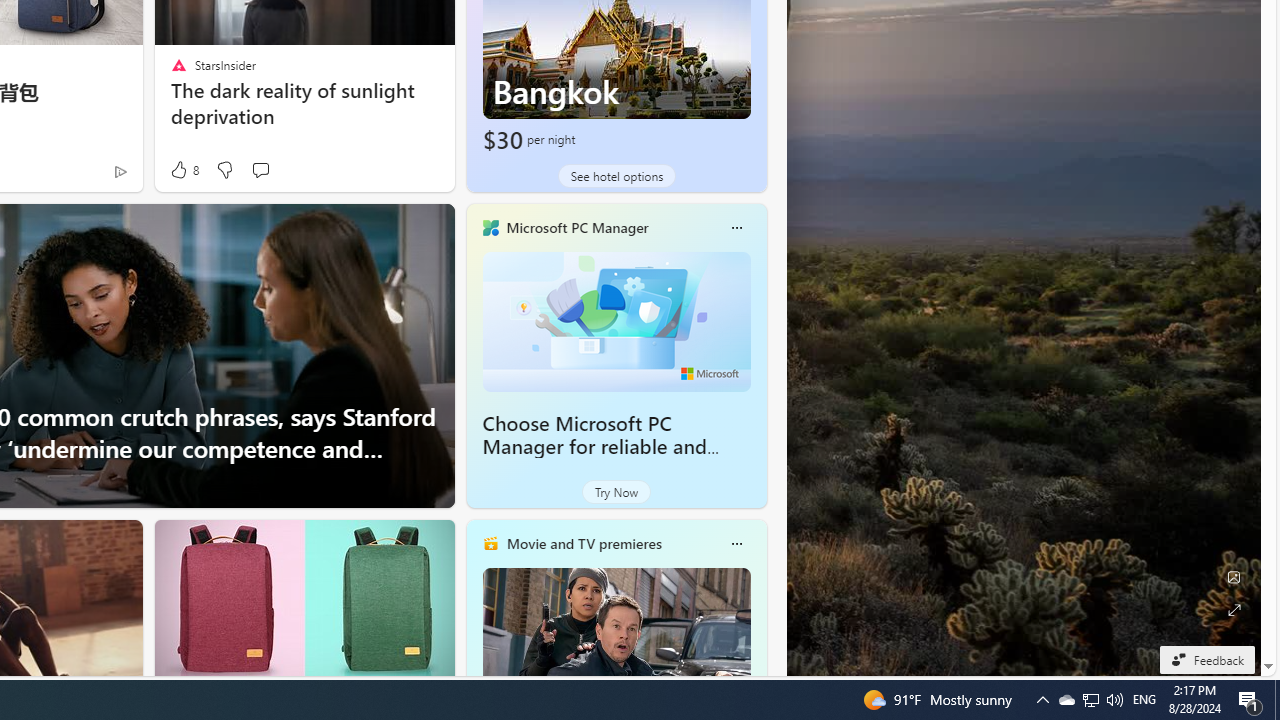  I want to click on 'Class: icon-img', so click(735, 543).